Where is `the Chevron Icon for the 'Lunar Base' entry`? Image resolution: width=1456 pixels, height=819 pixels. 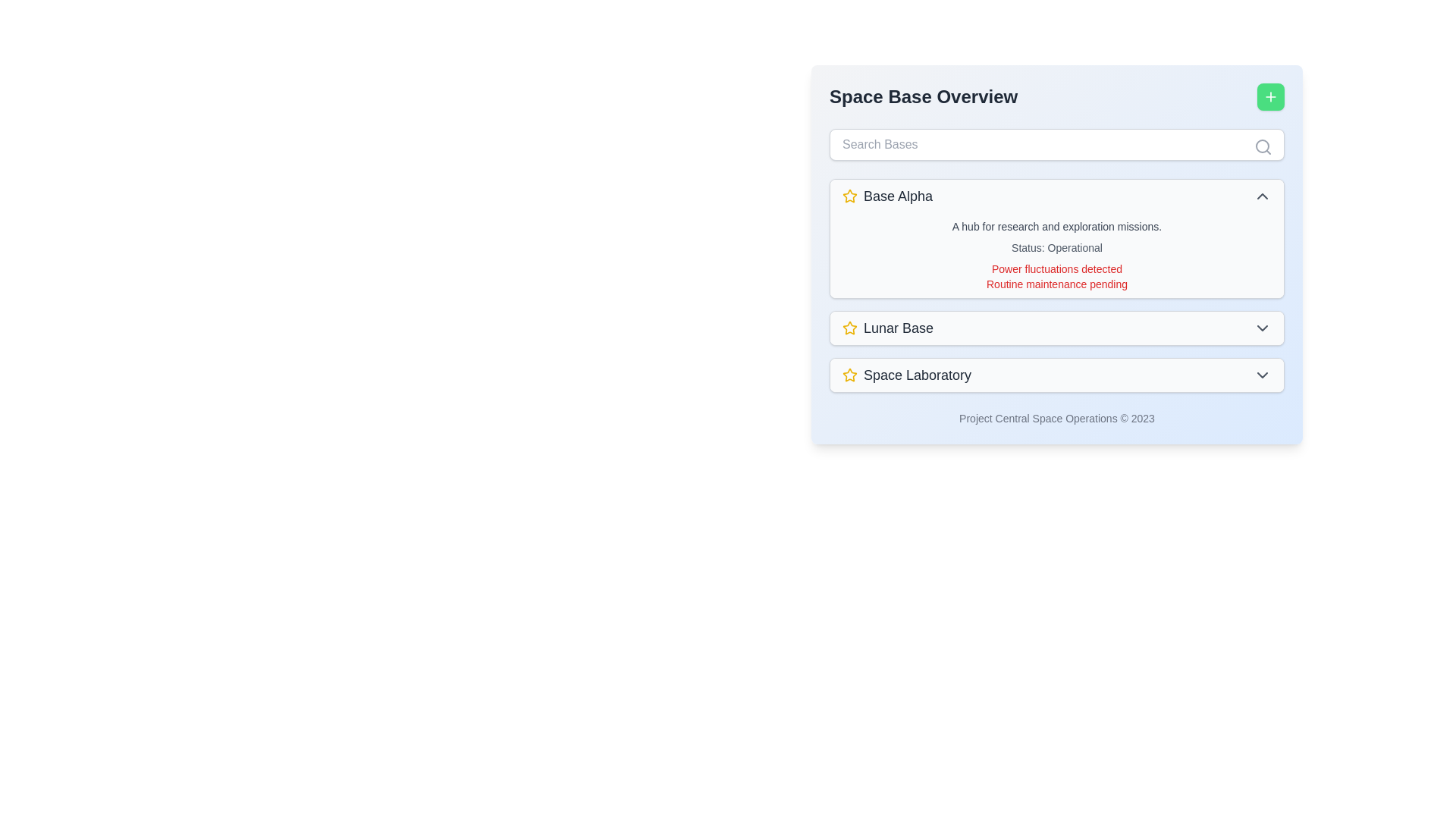 the Chevron Icon for the 'Lunar Base' entry is located at coordinates (1263, 327).